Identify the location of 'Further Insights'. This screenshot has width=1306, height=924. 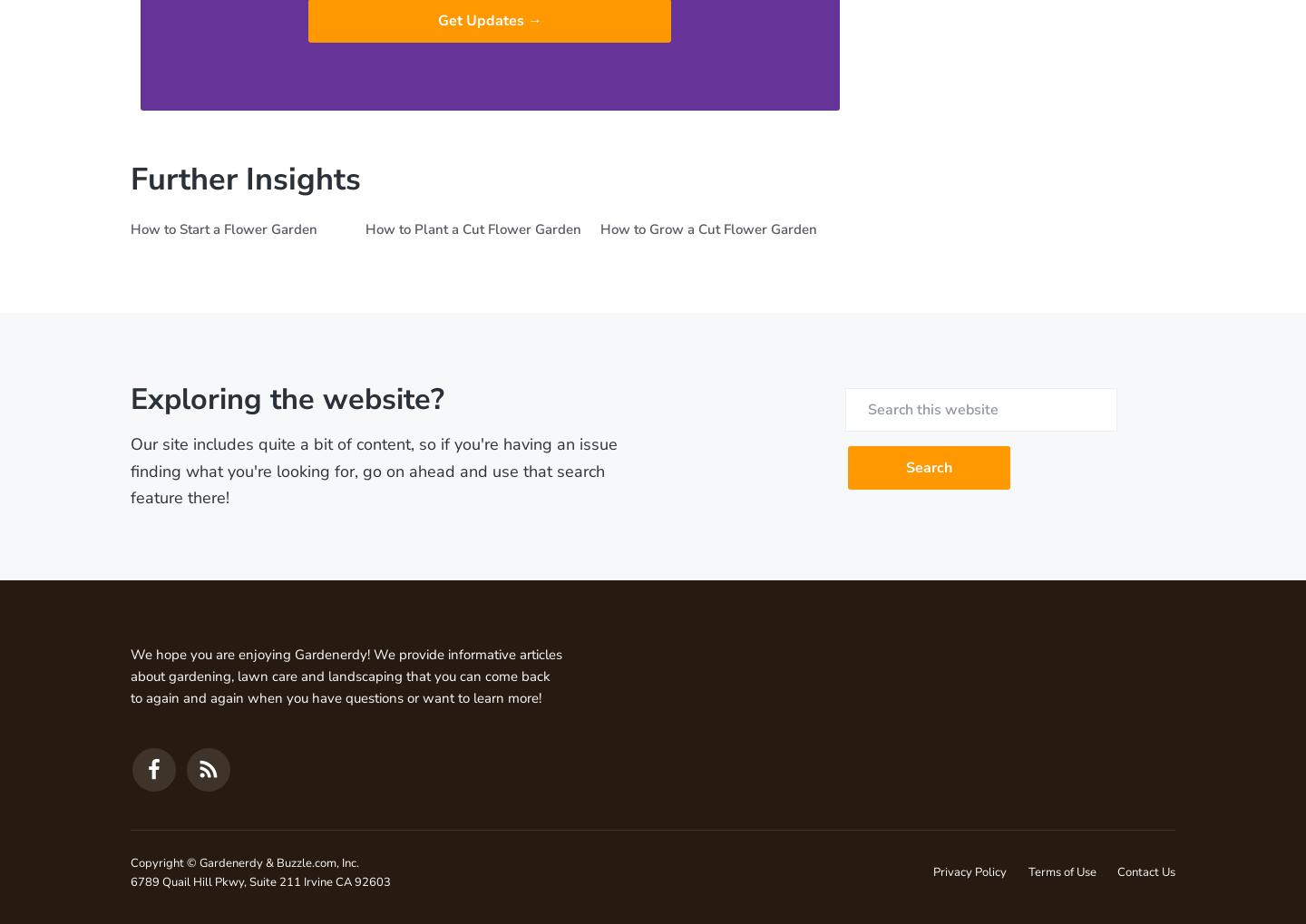
(245, 177).